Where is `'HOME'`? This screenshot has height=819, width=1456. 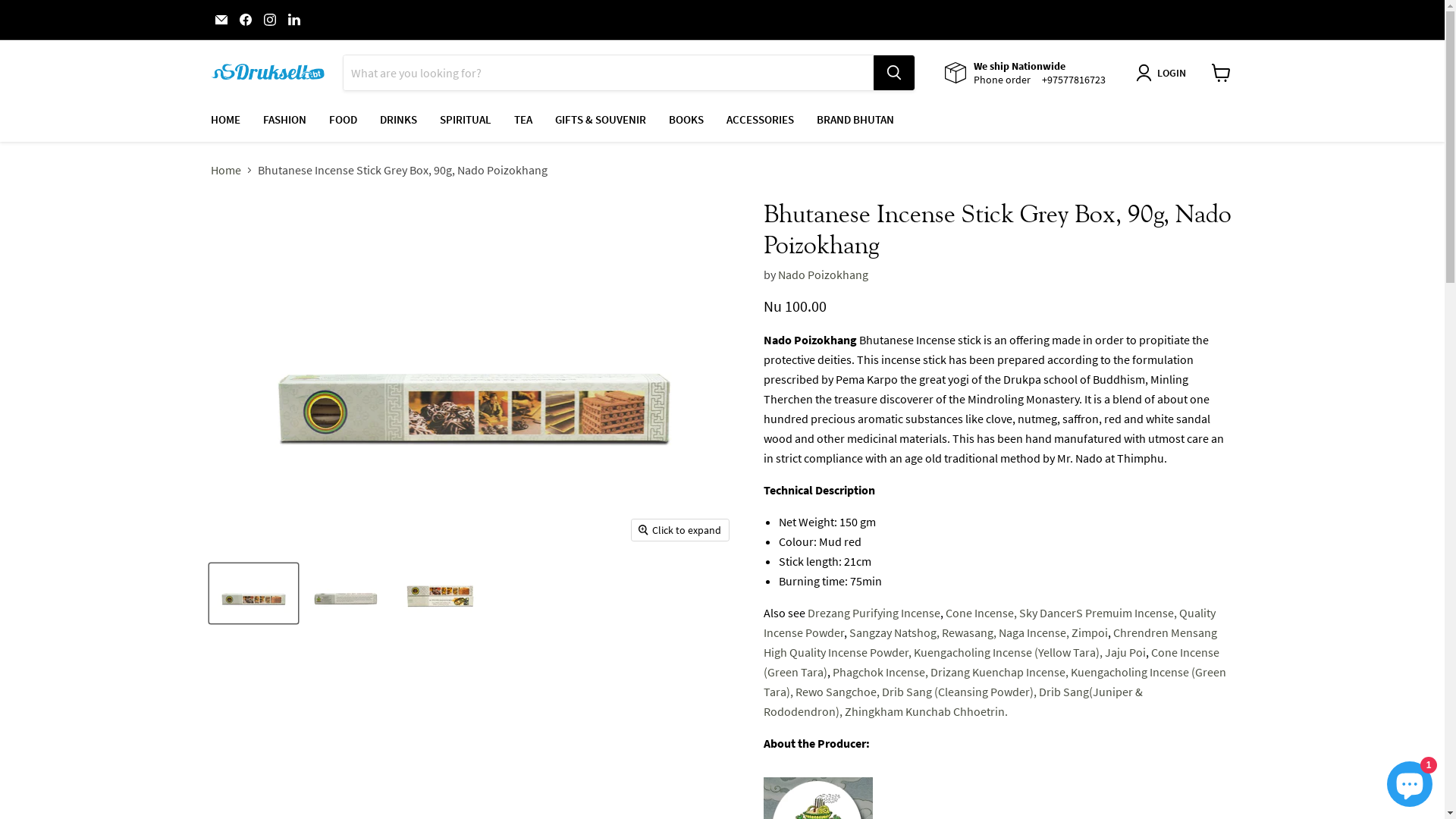 'HOME' is located at coordinates (224, 119).